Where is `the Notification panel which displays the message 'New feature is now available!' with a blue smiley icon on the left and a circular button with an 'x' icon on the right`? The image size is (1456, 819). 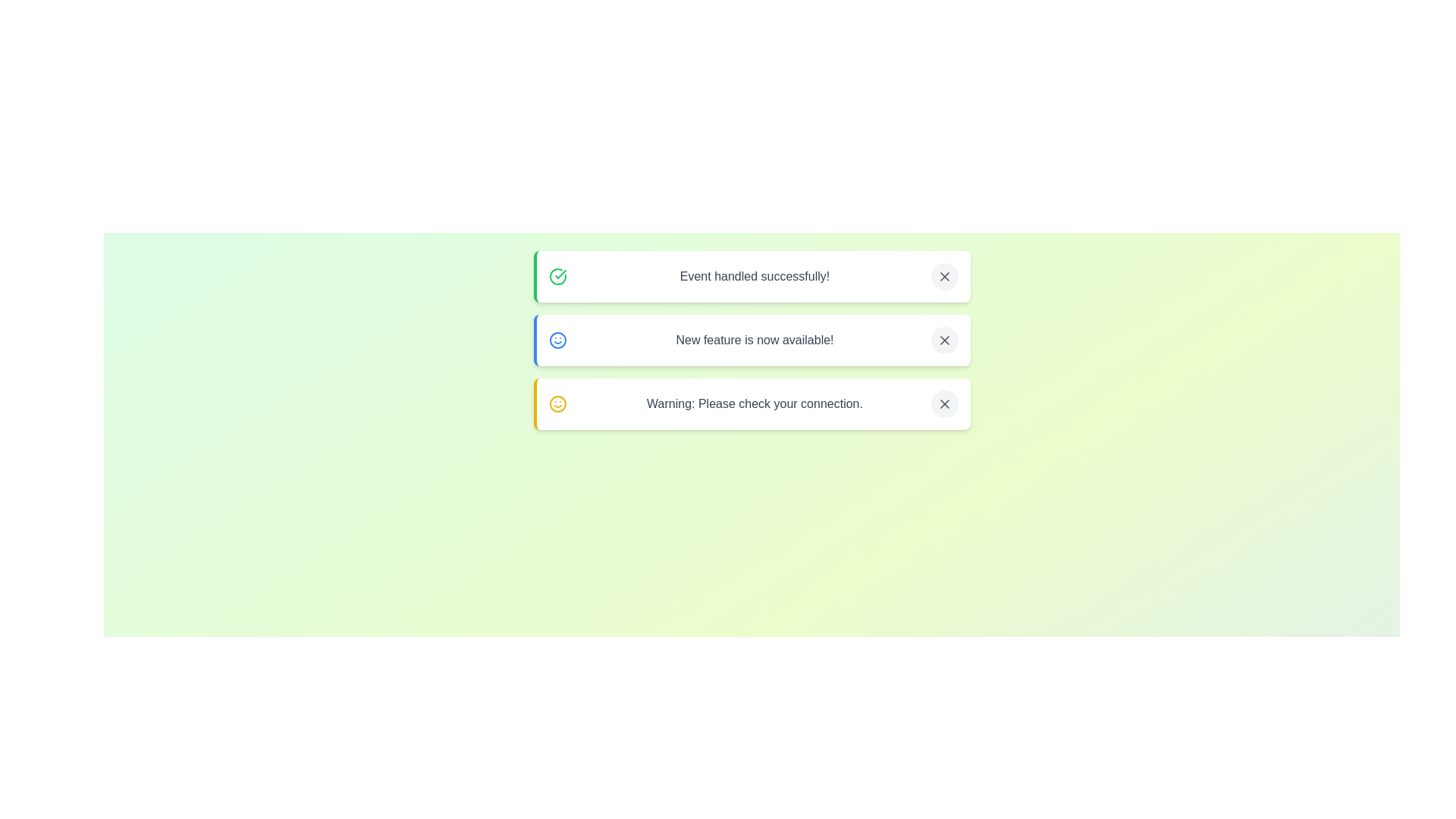
the Notification panel which displays the message 'New feature is now available!' with a blue smiley icon on the left and a circular button with an 'x' icon on the right is located at coordinates (752, 339).